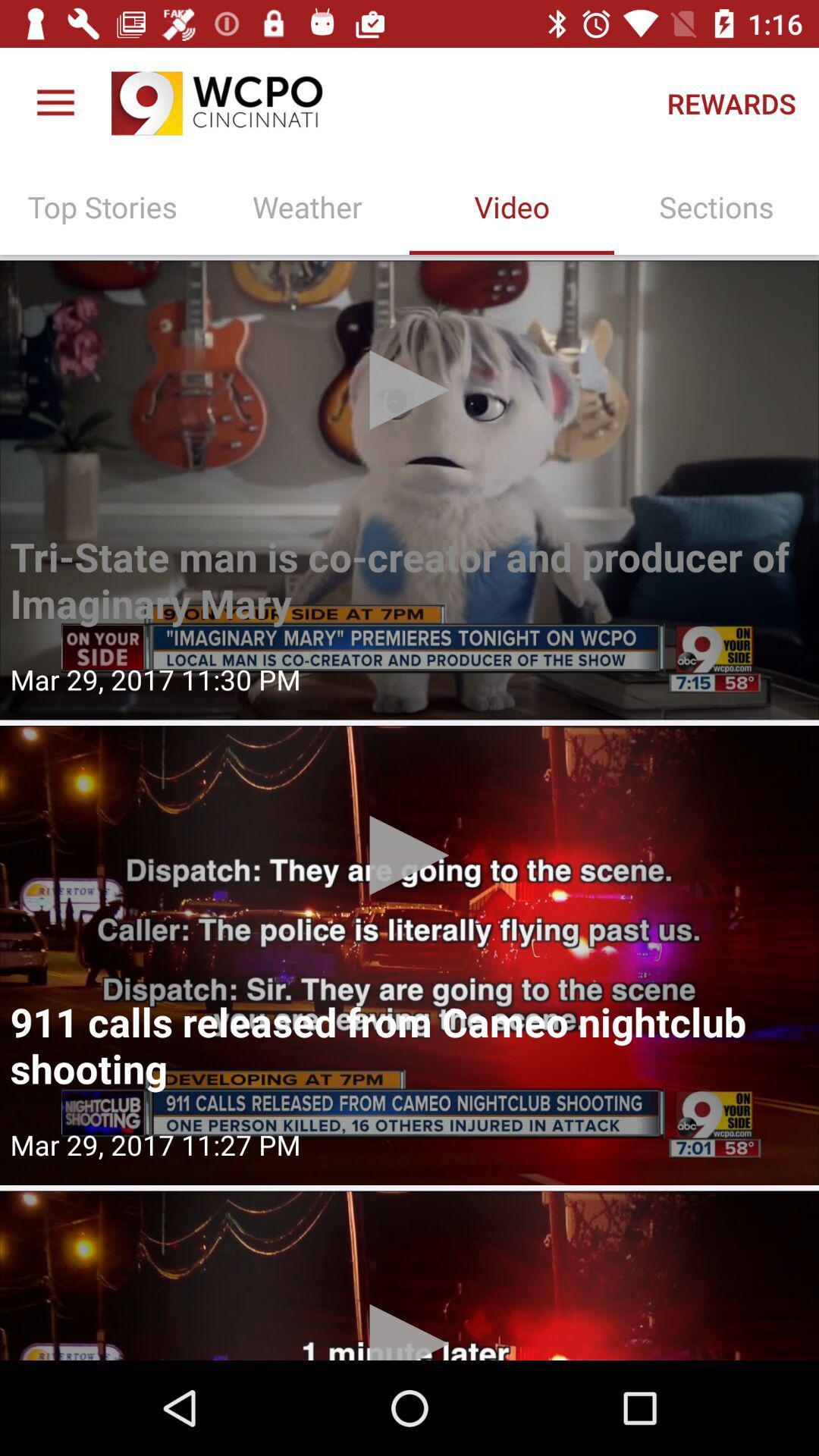 The width and height of the screenshot is (819, 1456). Describe the element at coordinates (409, 954) in the screenshot. I see `open selected video` at that location.